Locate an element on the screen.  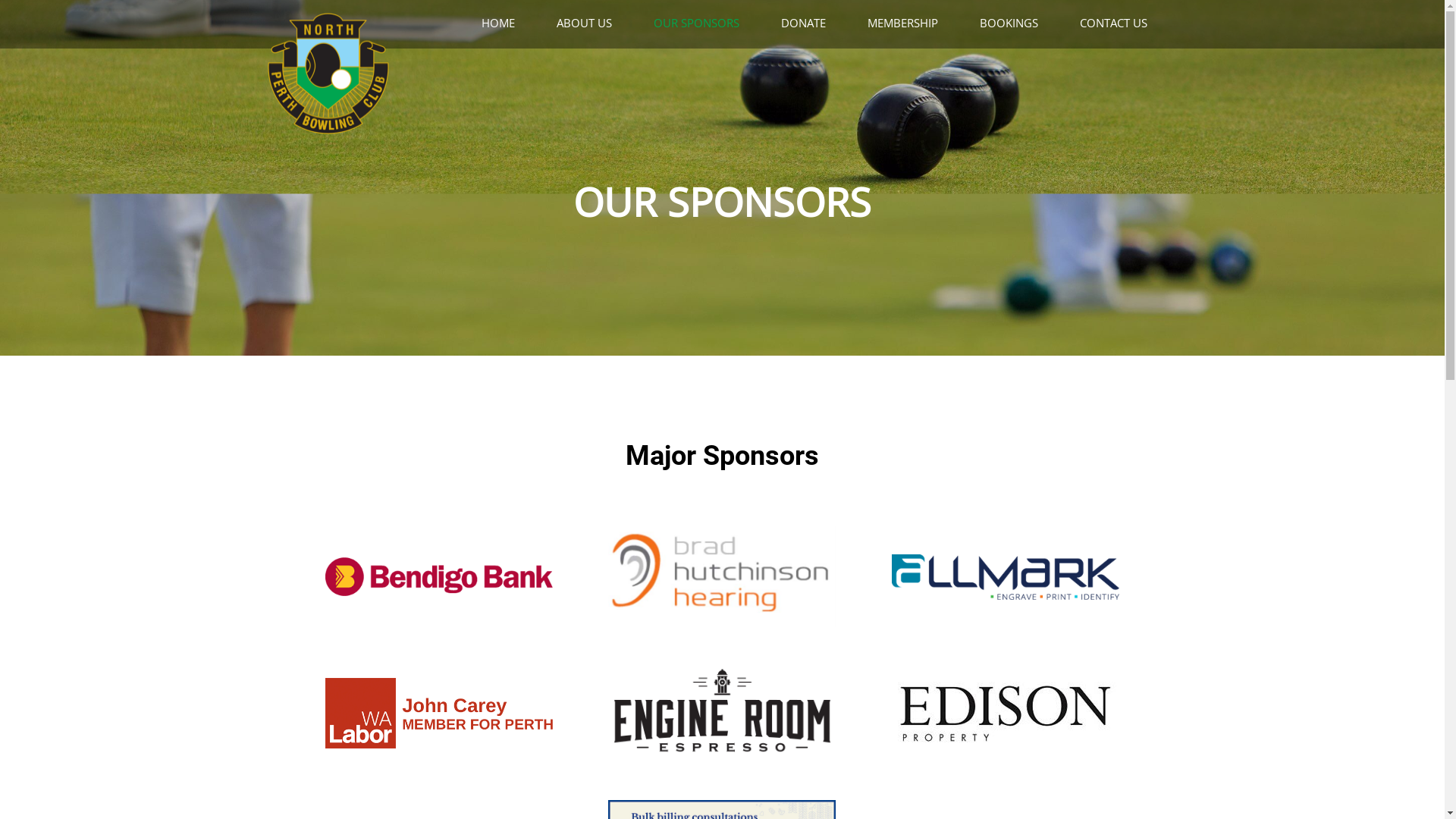
'ABOUT US' is located at coordinates (592, 23).